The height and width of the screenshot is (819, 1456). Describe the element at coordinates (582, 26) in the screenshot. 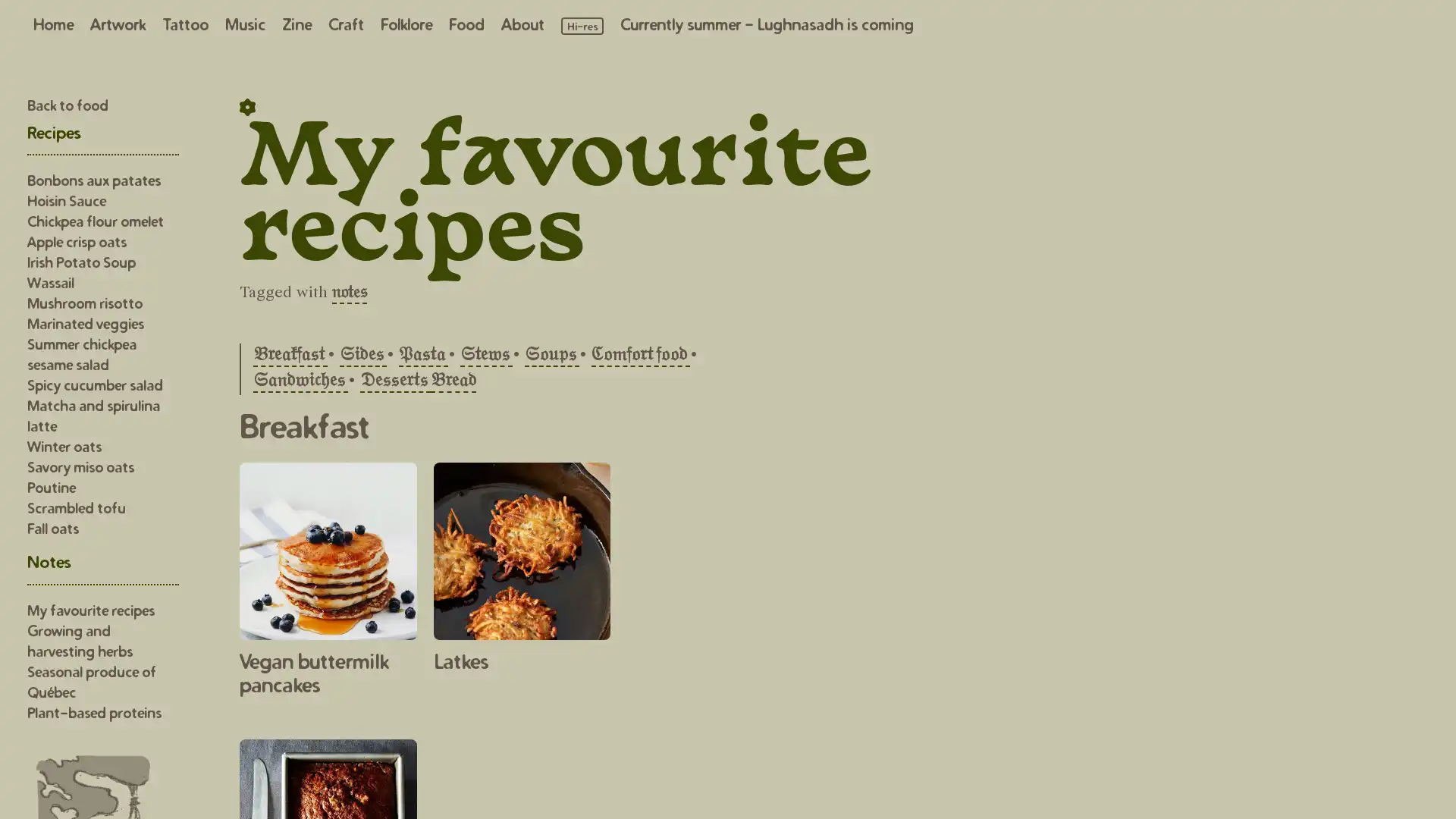

I see `Load high resolution images` at that location.